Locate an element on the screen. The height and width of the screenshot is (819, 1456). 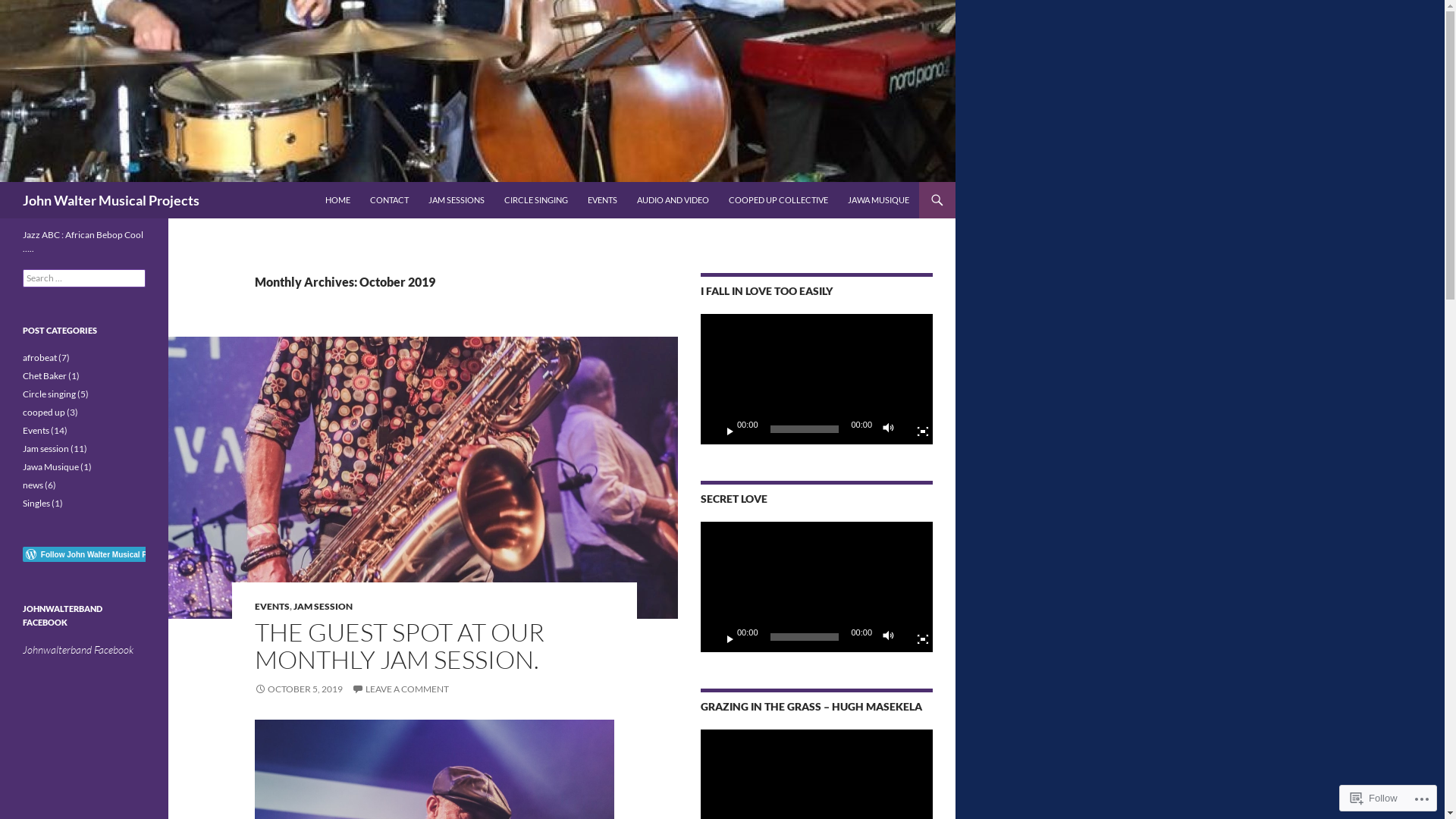
'Mute' is located at coordinates (892, 637).